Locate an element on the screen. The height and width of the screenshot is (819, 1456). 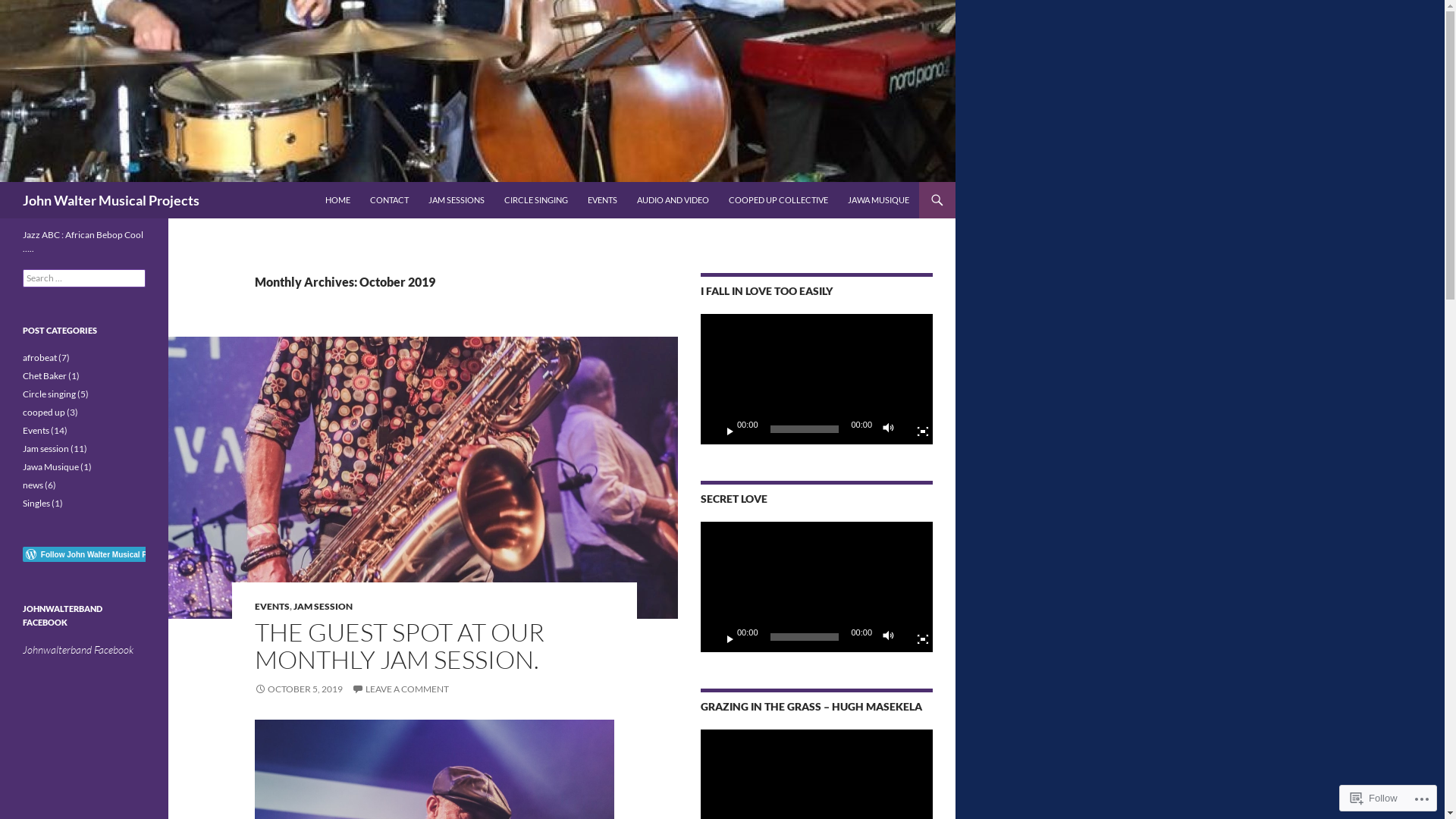
'Mute' is located at coordinates (892, 637).